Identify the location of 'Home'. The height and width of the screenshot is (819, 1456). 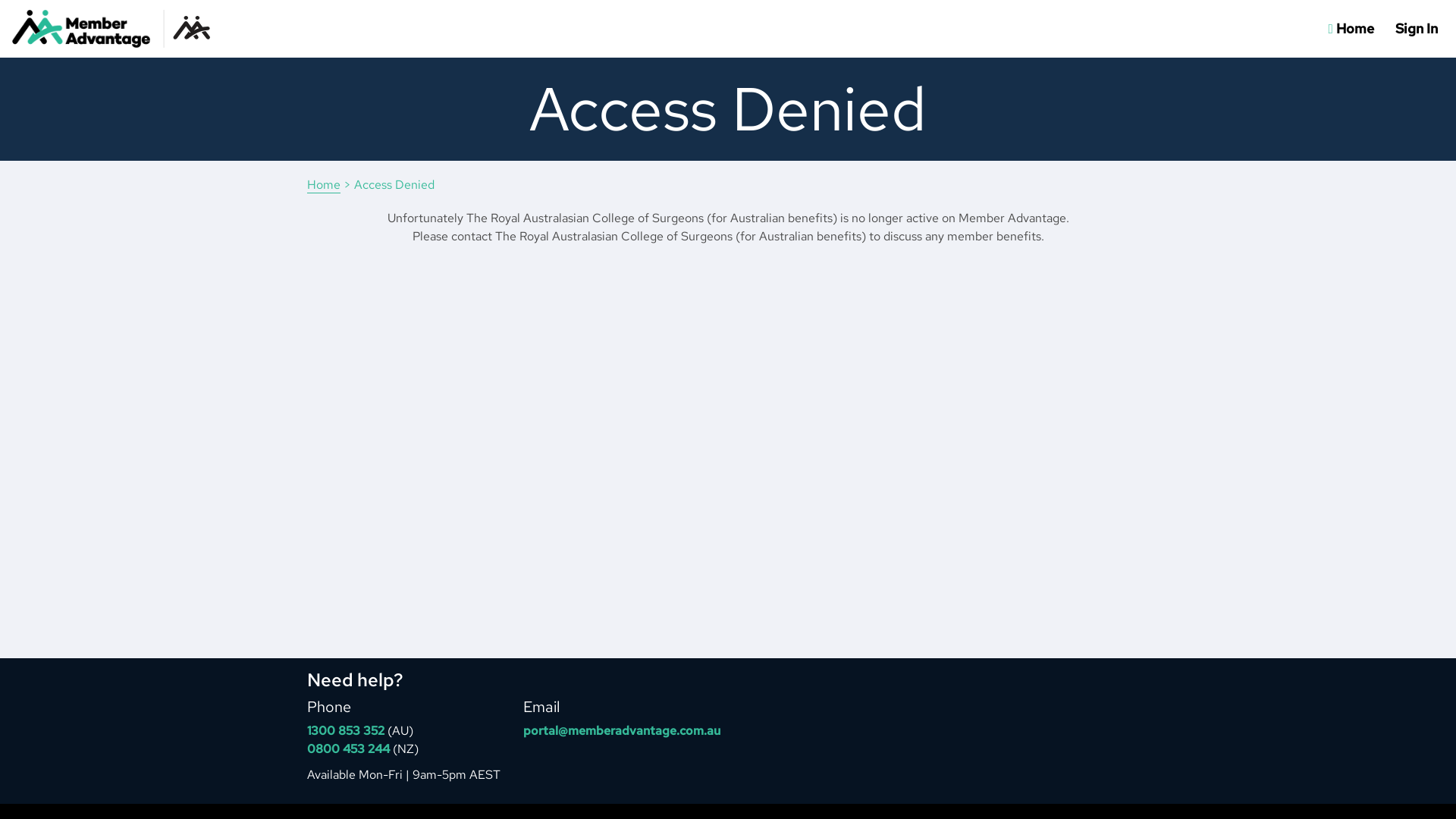
(306, 184).